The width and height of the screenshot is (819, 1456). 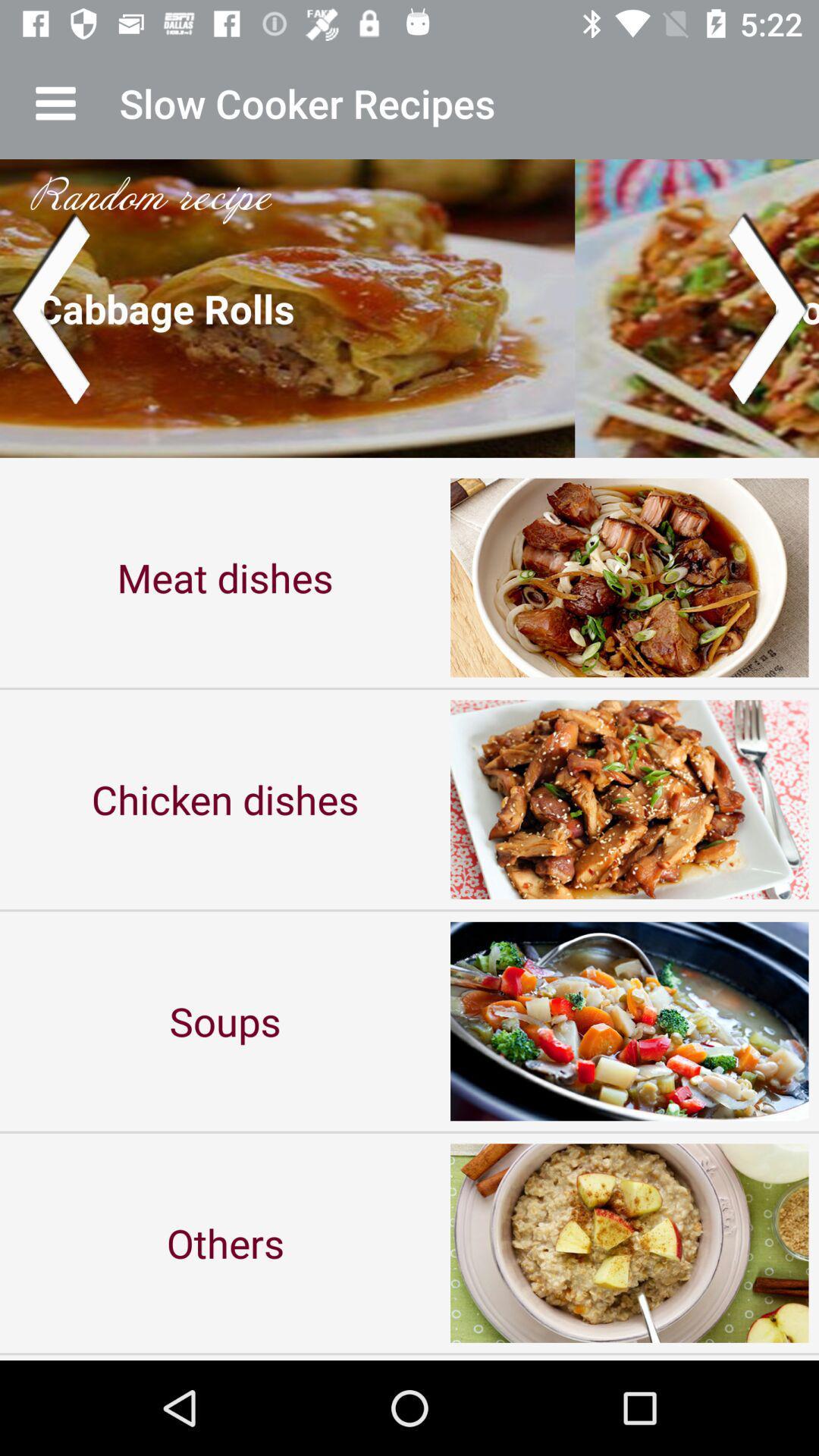 What do you see at coordinates (49, 307) in the screenshot?
I see `the arrow_backward icon` at bounding box center [49, 307].